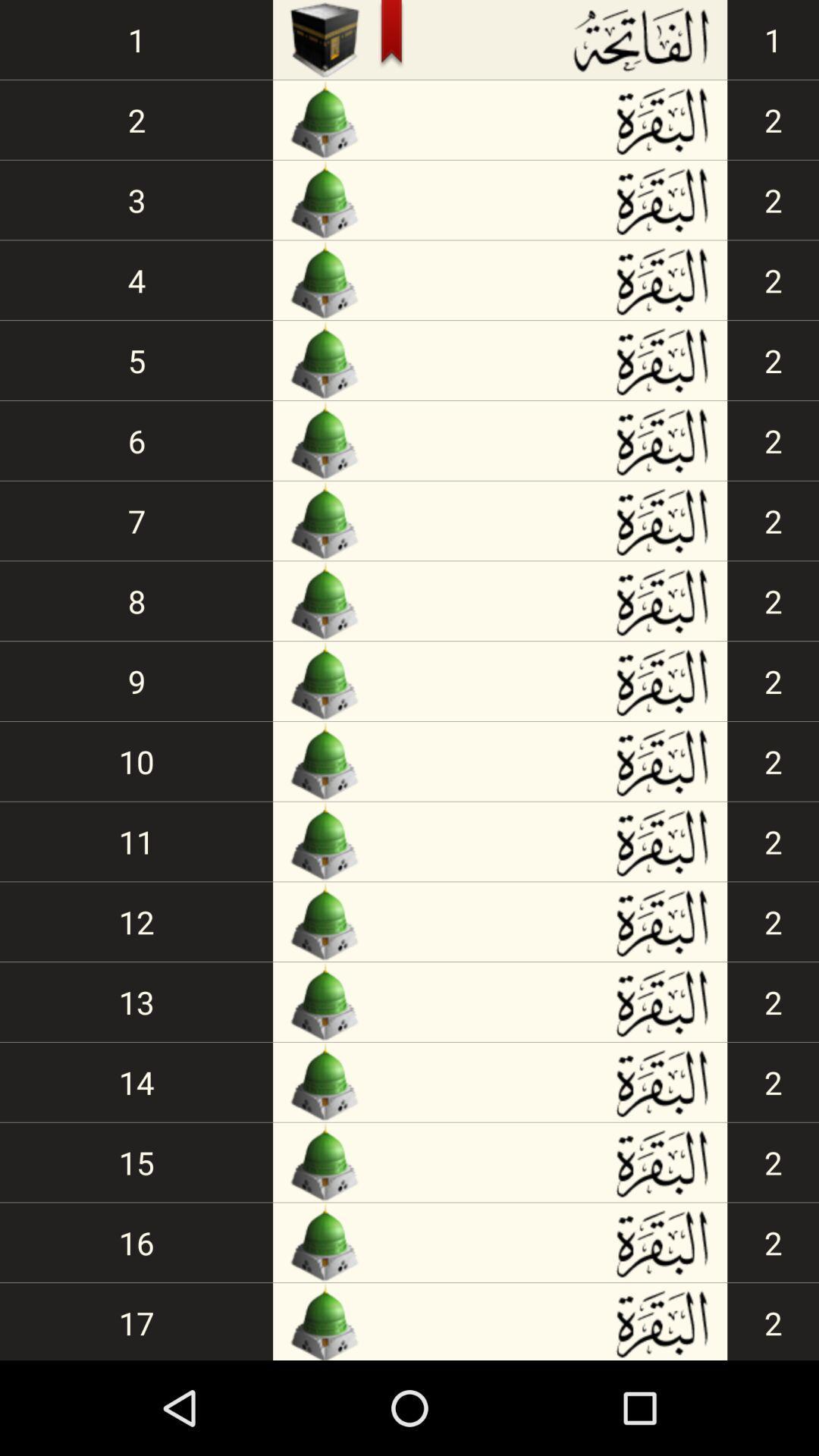  Describe the element at coordinates (136, 600) in the screenshot. I see `8` at that location.